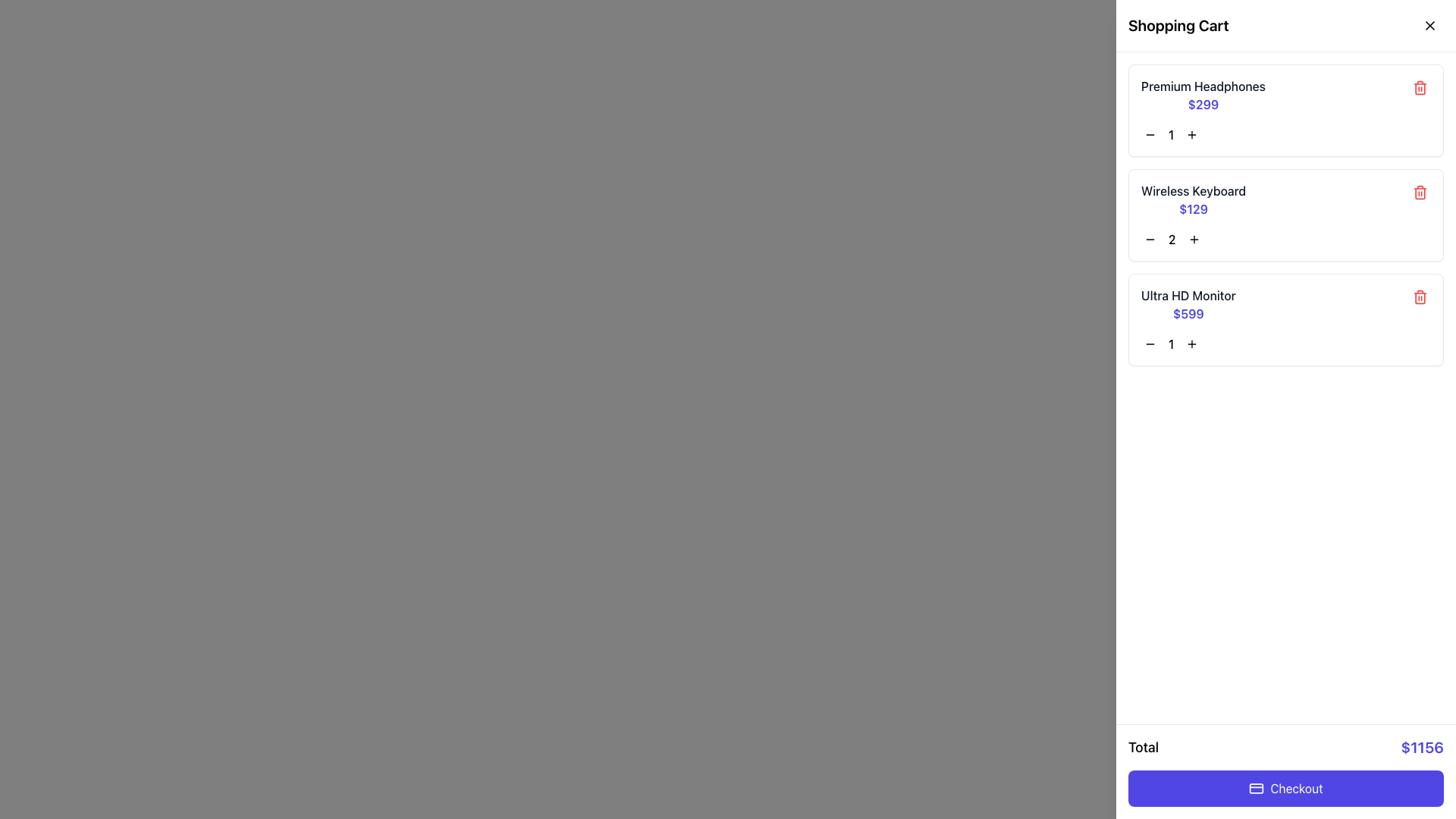 This screenshot has width=1456, height=819. I want to click on the text displaying the price '$299' in indigo font located below the label 'Premium Headphones' in the shopping cart interface, so click(1203, 104).